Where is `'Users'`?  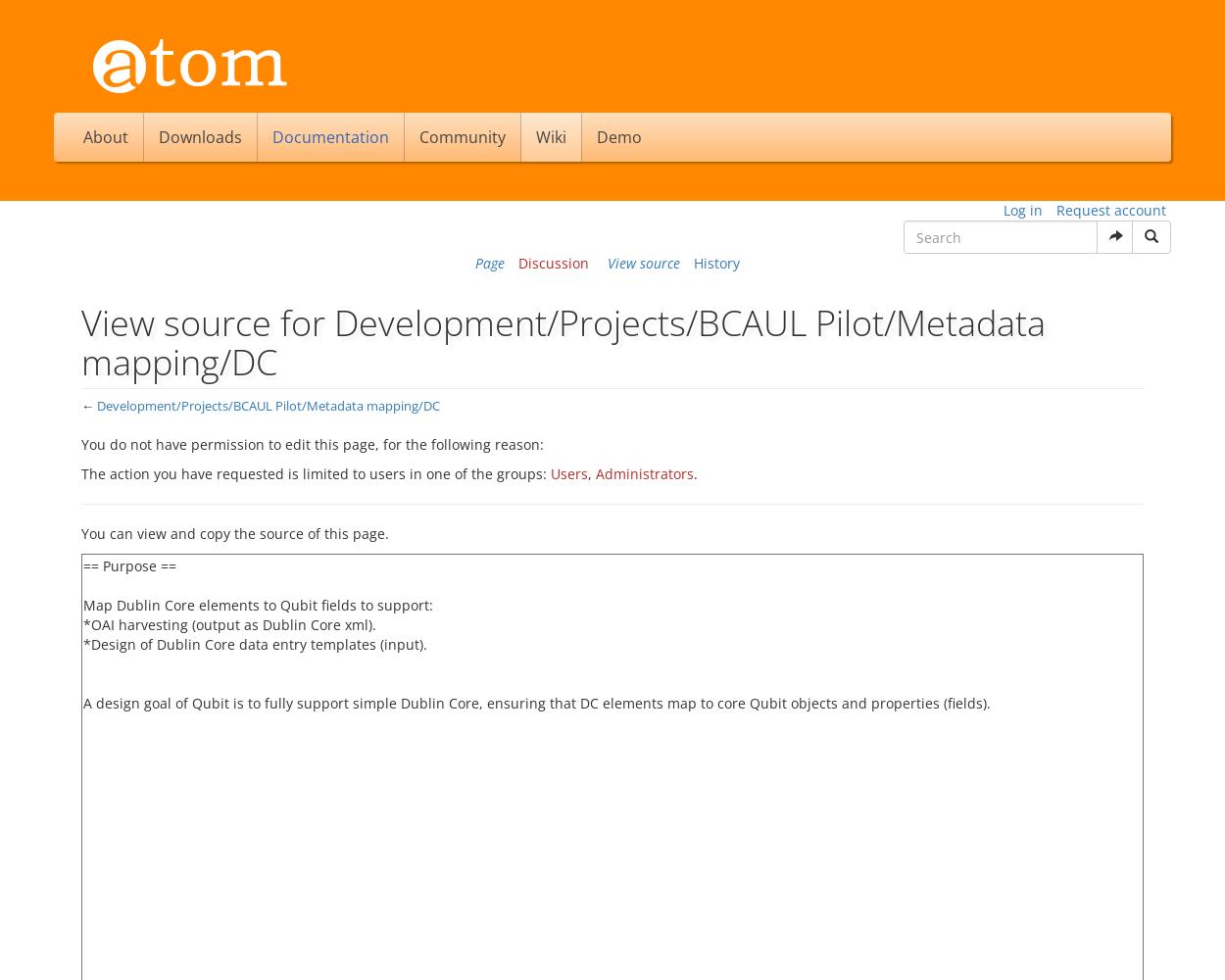 'Users' is located at coordinates (568, 472).